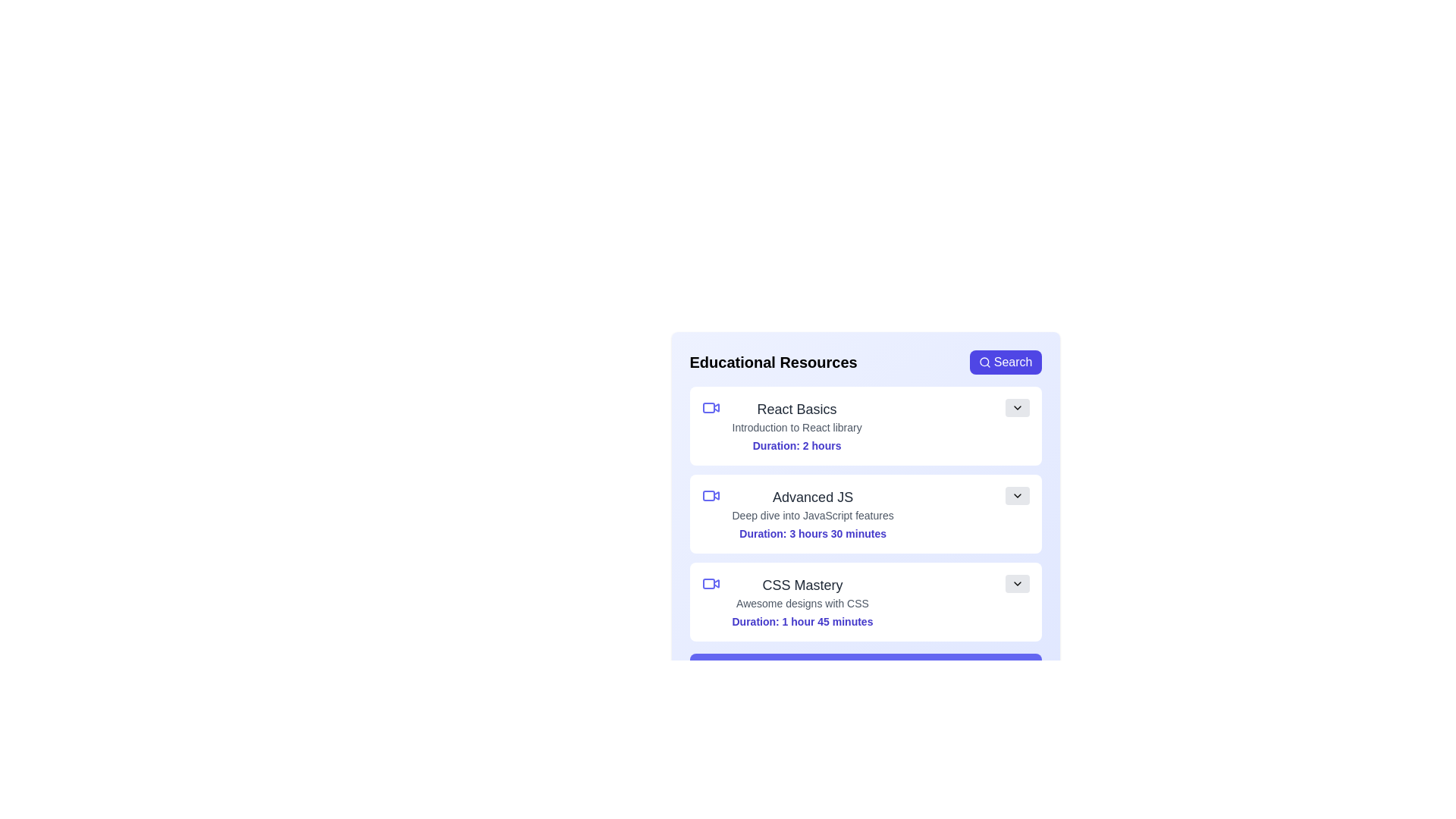 The width and height of the screenshot is (1456, 819). Describe the element at coordinates (1005, 362) in the screenshot. I see `the 'Search' button to initiate the search action` at that location.